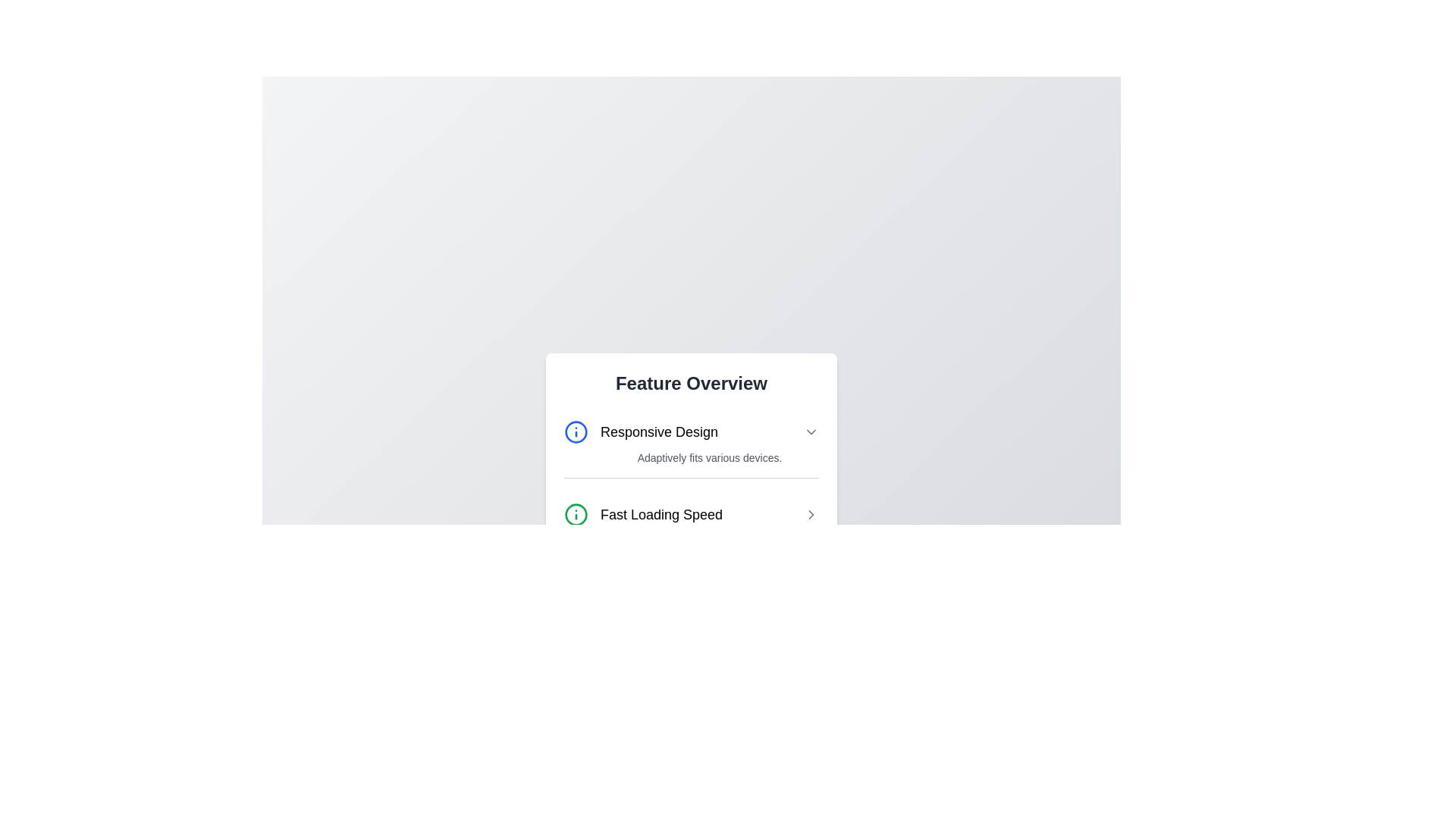  Describe the element at coordinates (691, 513) in the screenshot. I see `the list item labeled 'Fast Loading Speed'` at that location.